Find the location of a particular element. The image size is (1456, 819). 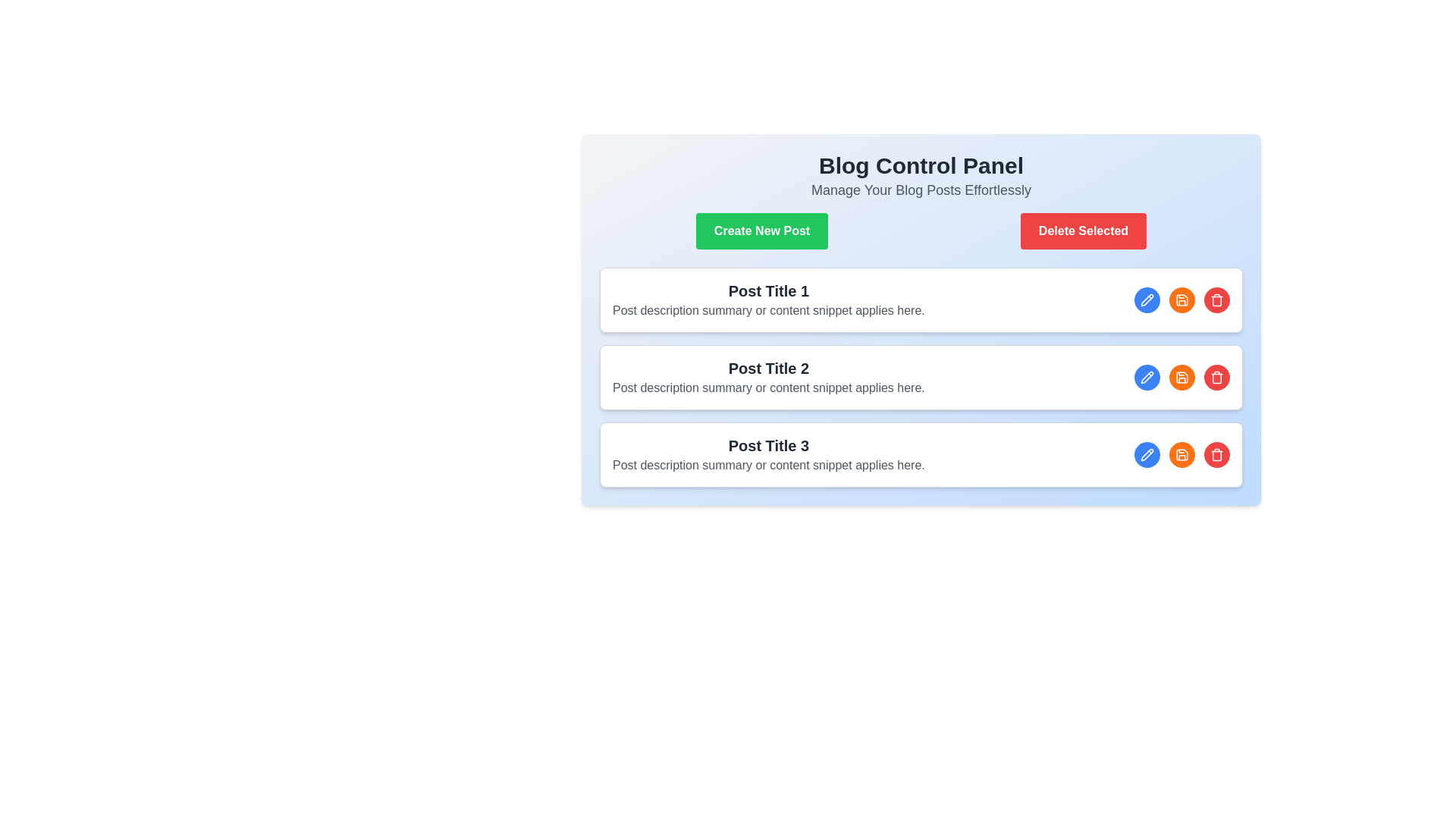

the 'Create New Post' button, which is a green rectangular button with white bold text is located at coordinates (761, 231).